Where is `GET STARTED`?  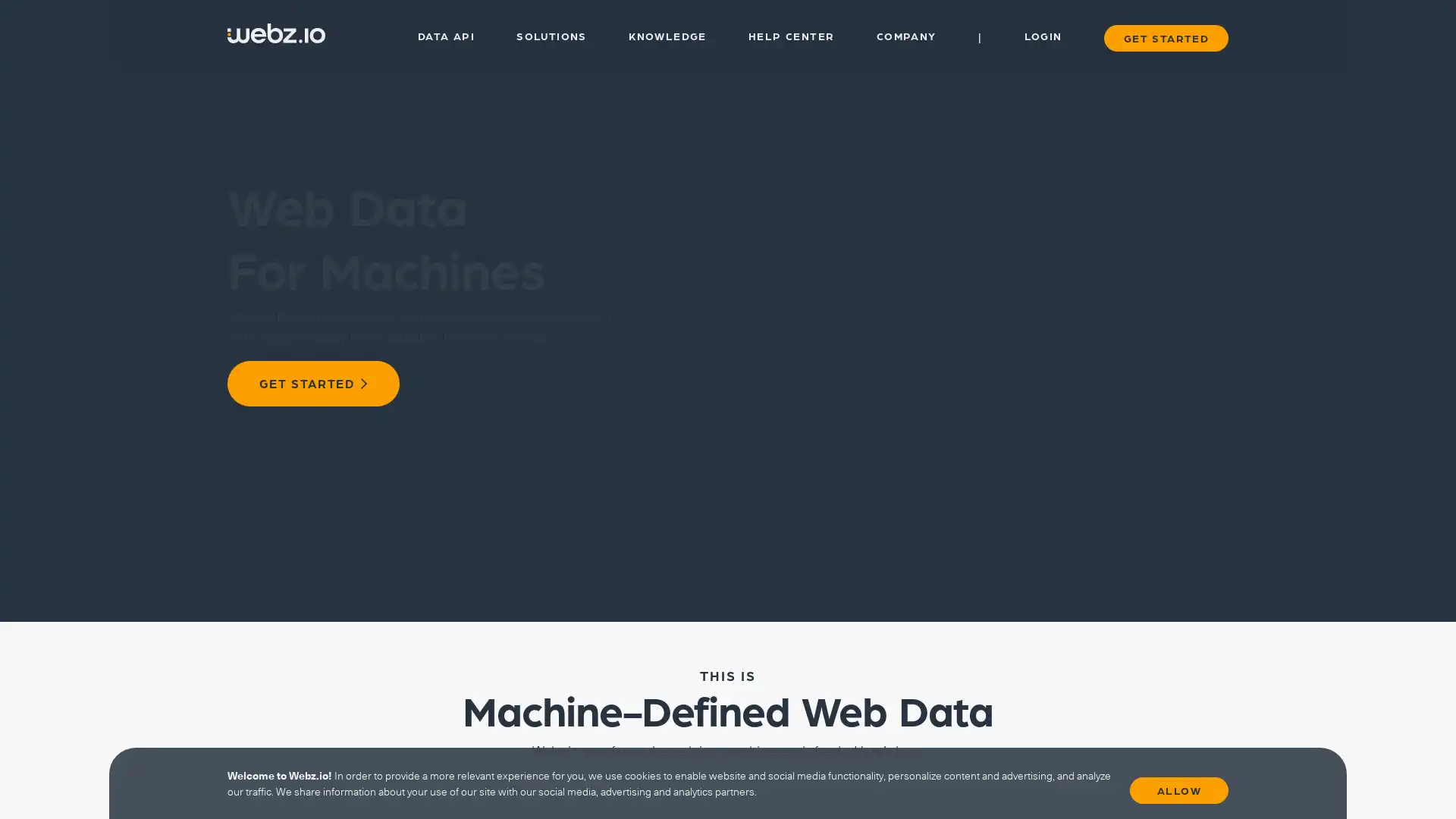 GET STARTED is located at coordinates (312, 382).